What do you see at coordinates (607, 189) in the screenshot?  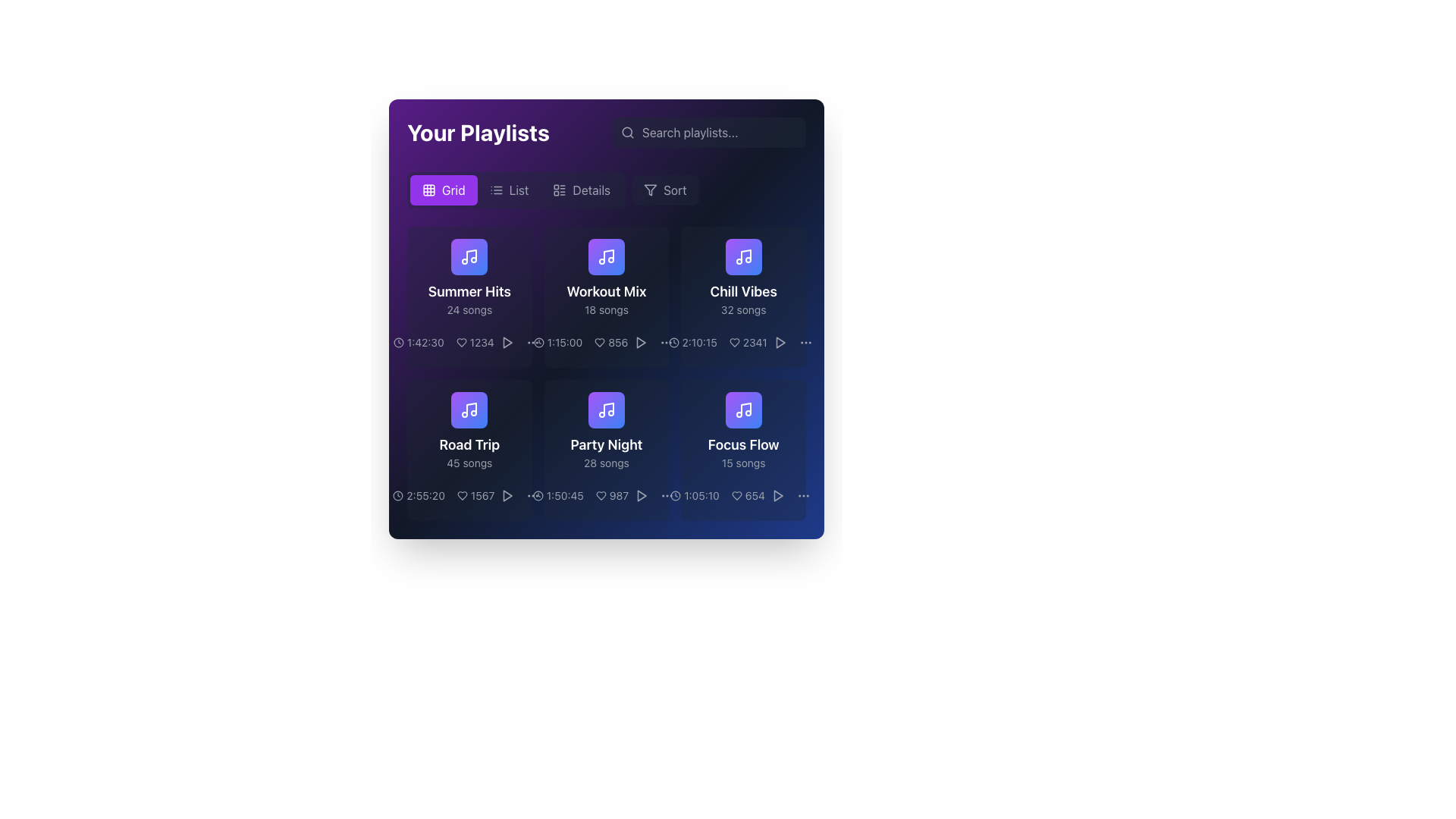 I see `the detailed view button located between the 'List' and 'Sort' buttons in the upper section of the interface under 'Your Playlists'` at bounding box center [607, 189].